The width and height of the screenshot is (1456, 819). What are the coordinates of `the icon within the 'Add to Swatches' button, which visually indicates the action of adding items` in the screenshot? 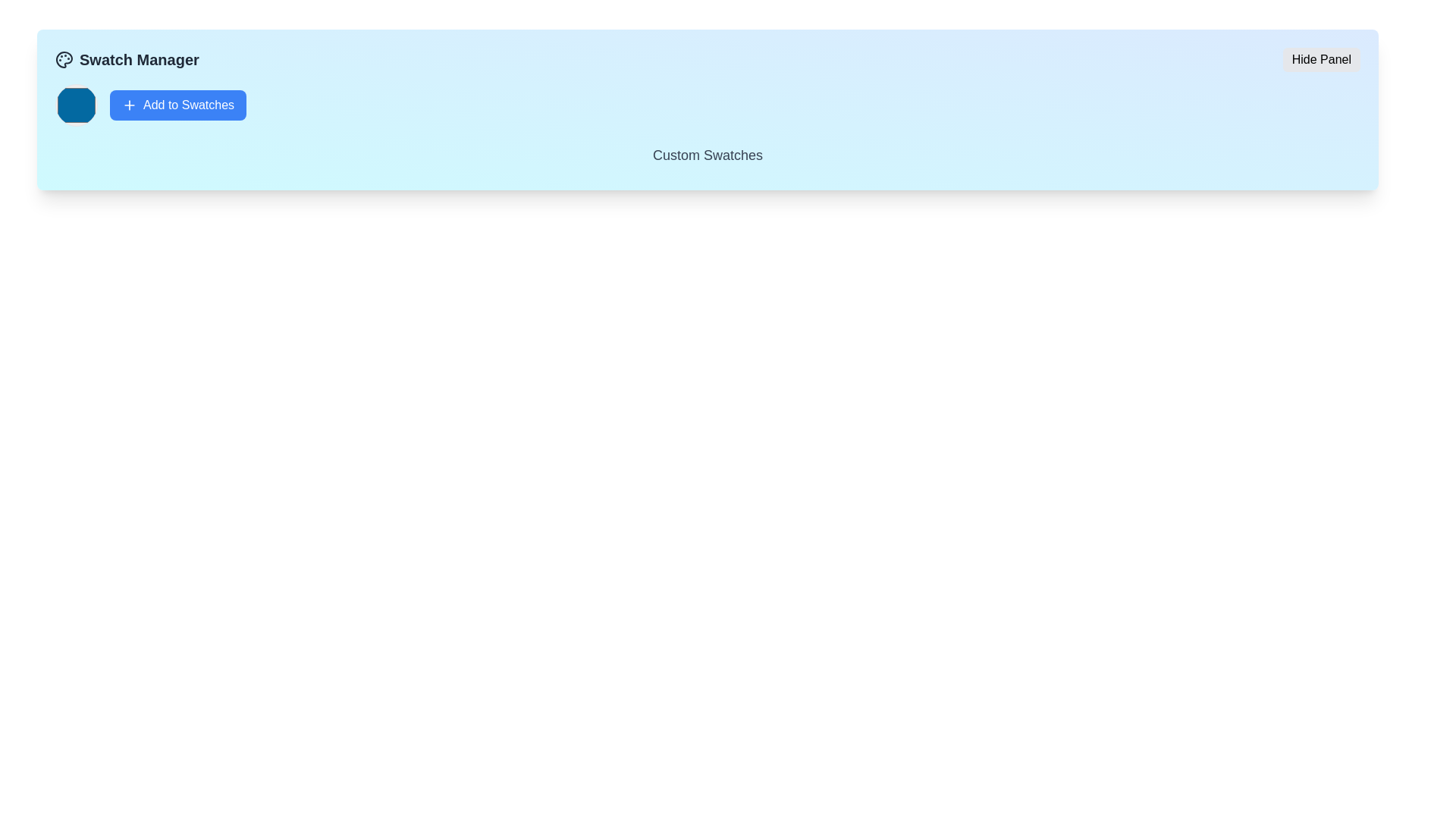 It's located at (130, 104).